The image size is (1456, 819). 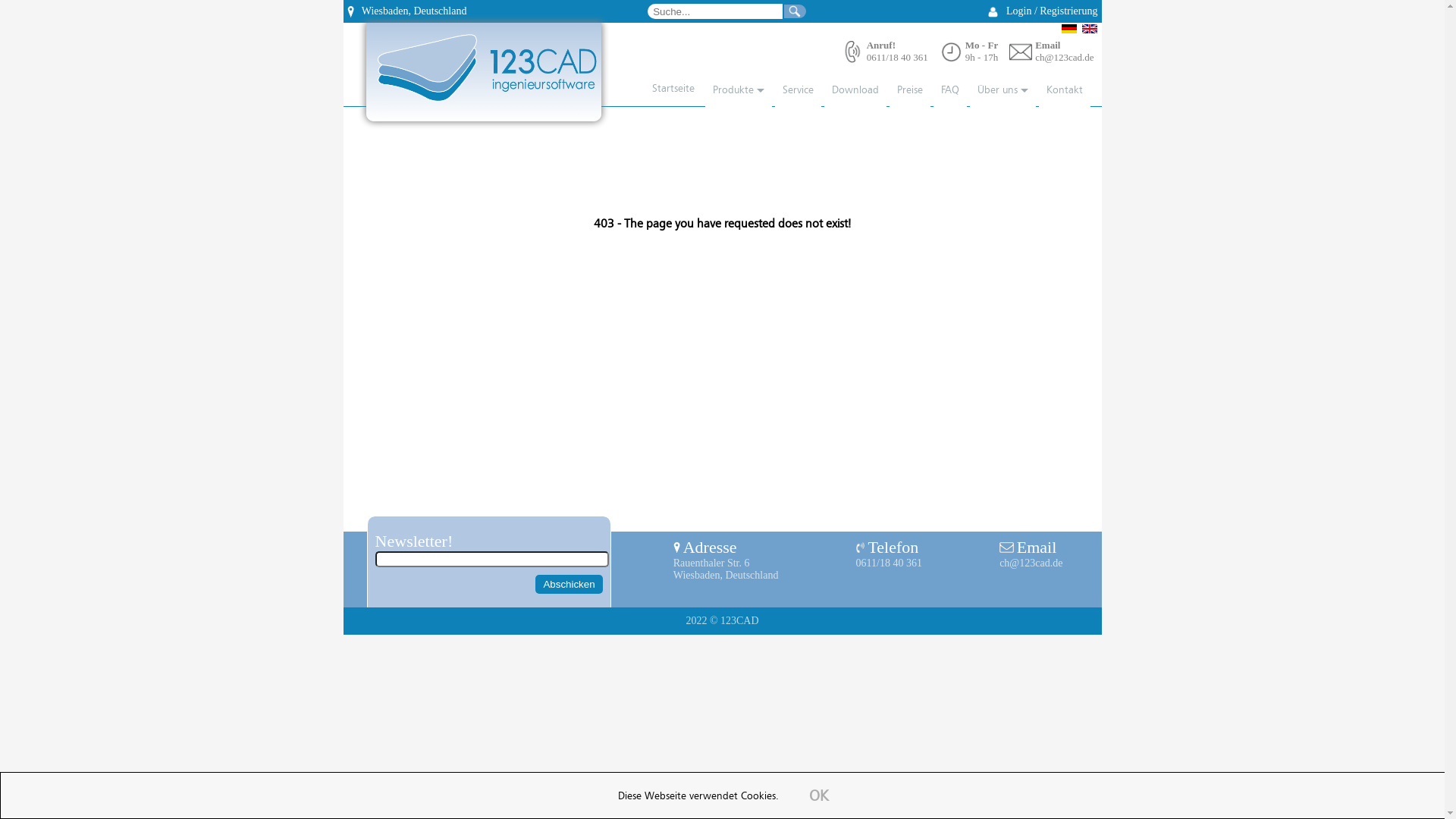 What do you see at coordinates (1068, 11) in the screenshot?
I see `'Registrierung'` at bounding box center [1068, 11].